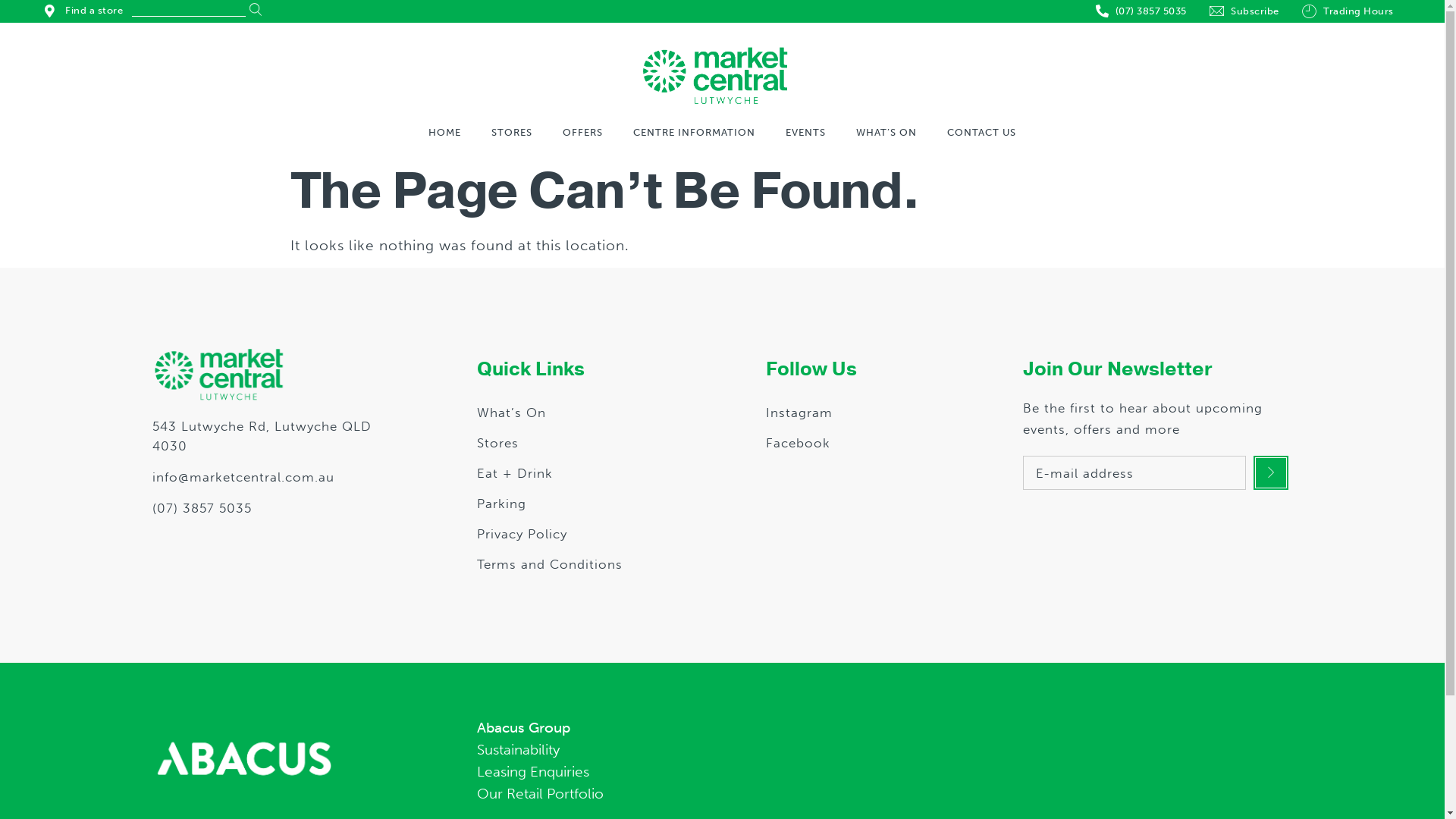  Describe the element at coordinates (871, 793) in the screenshot. I see `'Our Retail Portfolio'` at that location.